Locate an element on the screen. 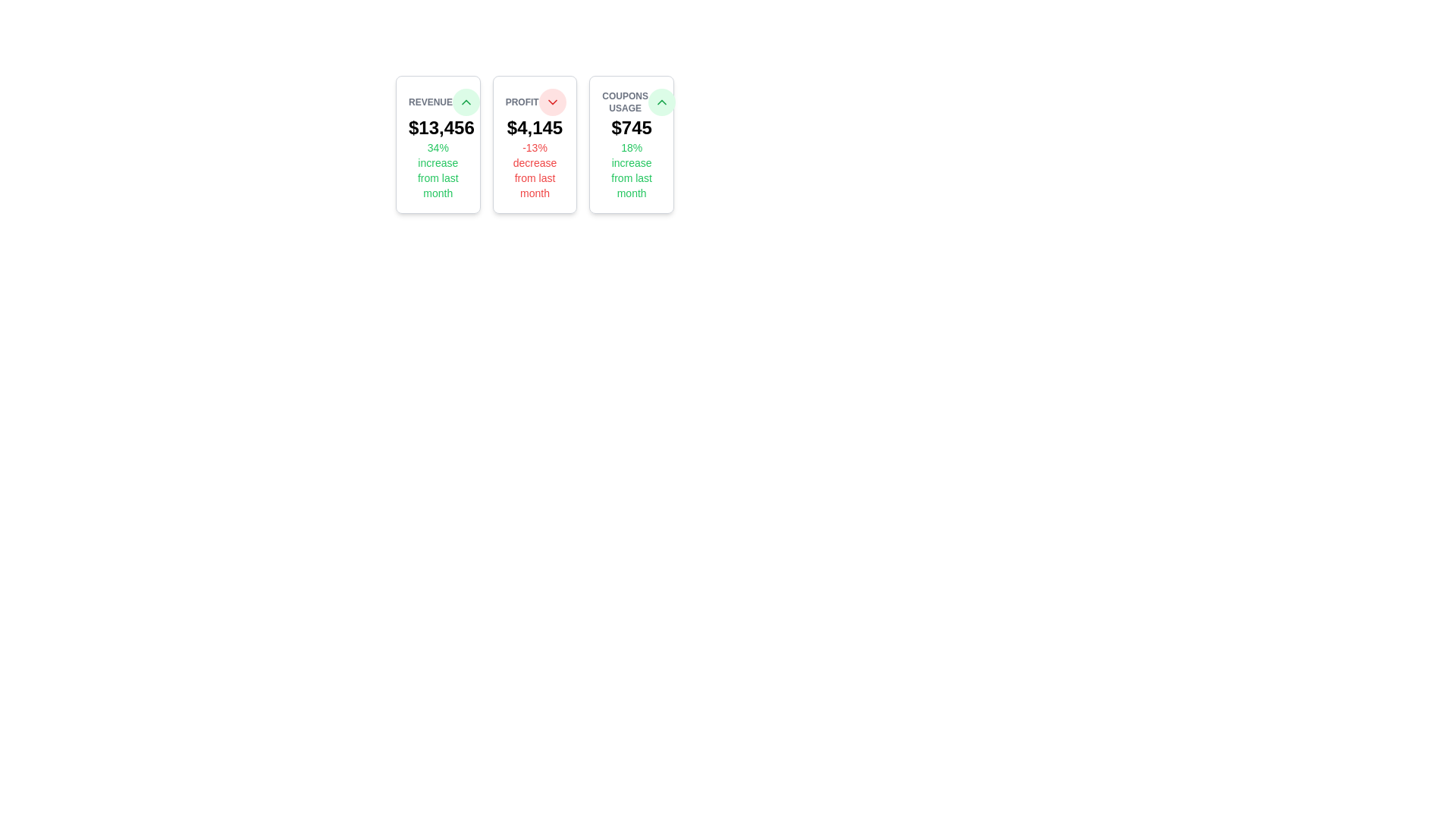  the visual indicator icon with a circular green background and a white upward-pointing chevron, located in the 'Revenue' section at the upper right corner relative to the 'Revenue' label is located at coordinates (465, 102).